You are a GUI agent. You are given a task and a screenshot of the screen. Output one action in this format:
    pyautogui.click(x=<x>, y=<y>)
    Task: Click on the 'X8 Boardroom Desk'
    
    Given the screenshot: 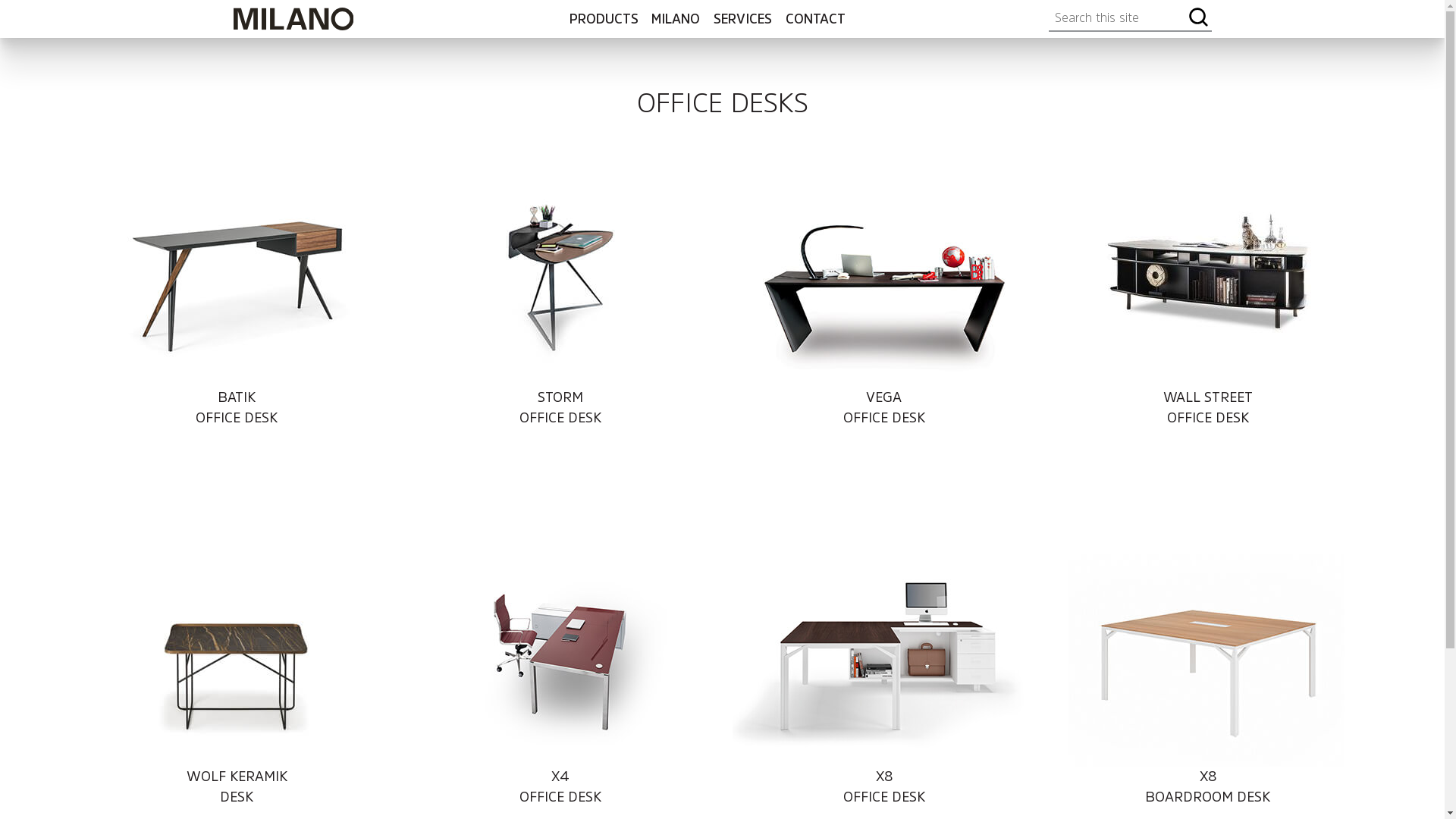 What is the action you would take?
    pyautogui.click(x=1207, y=614)
    